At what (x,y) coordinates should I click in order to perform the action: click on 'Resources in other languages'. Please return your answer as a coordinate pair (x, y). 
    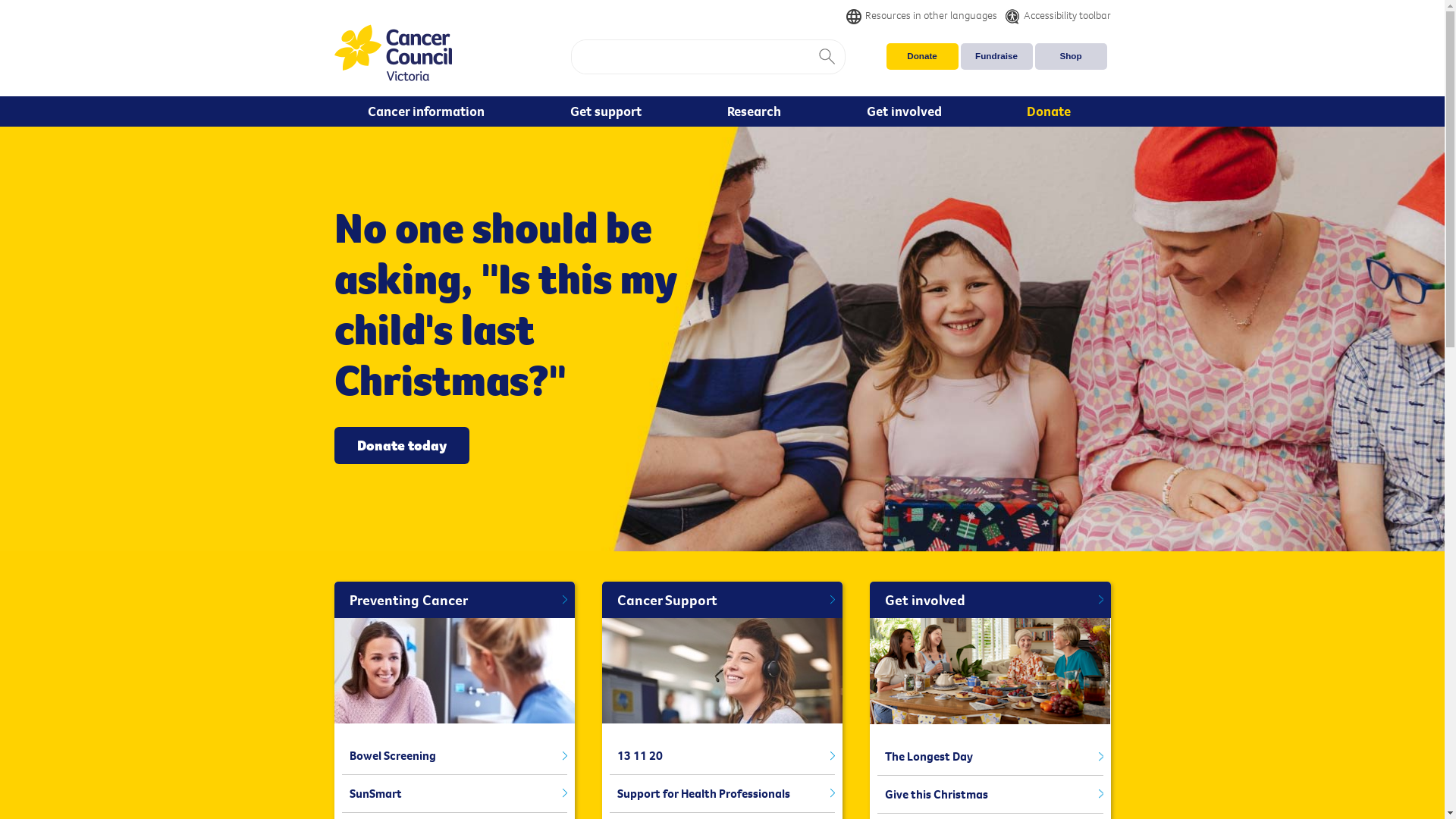
    Looking at the image, I should click on (846, 14).